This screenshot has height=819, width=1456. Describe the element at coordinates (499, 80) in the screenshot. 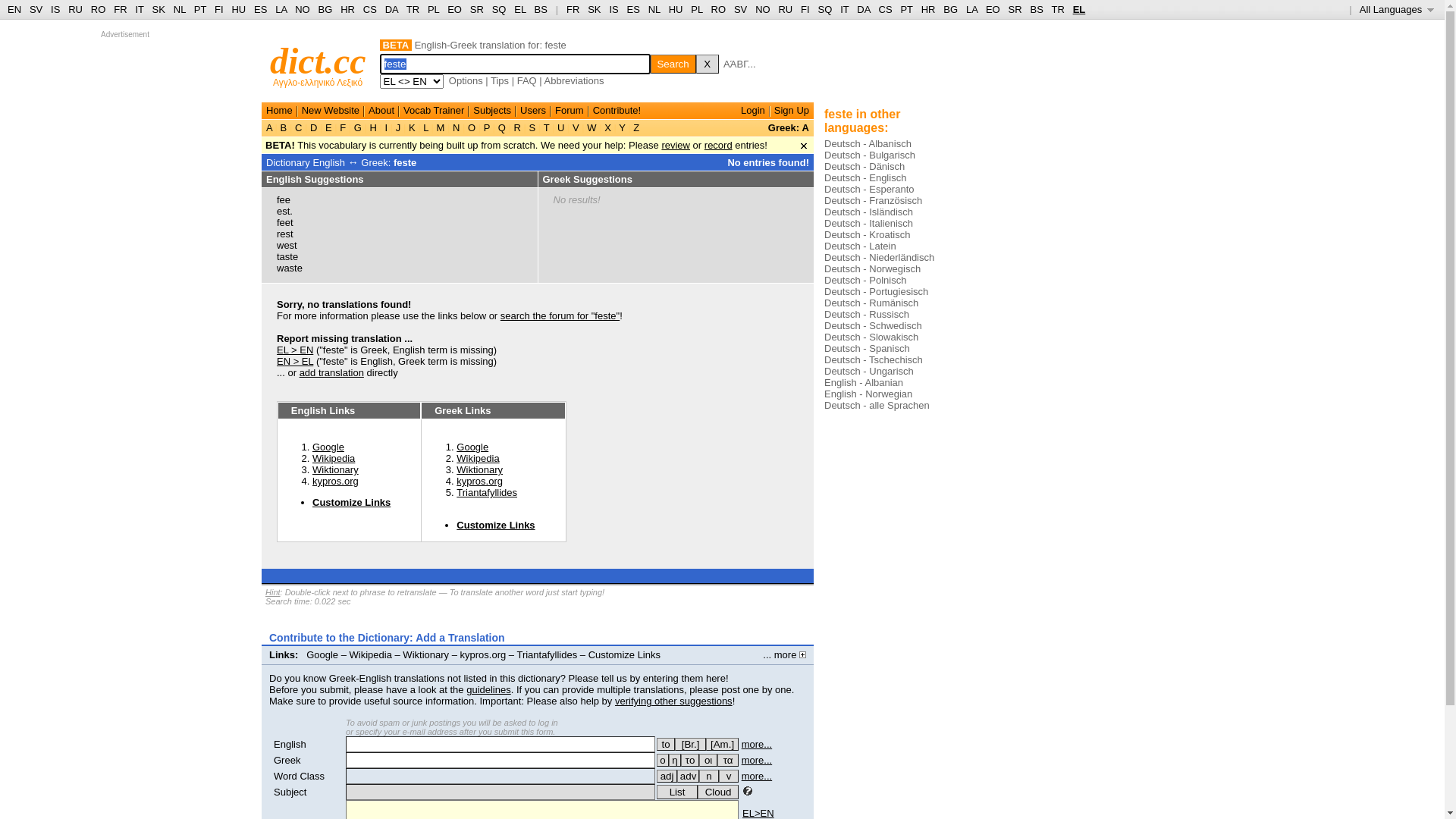

I see `'Tips'` at that location.